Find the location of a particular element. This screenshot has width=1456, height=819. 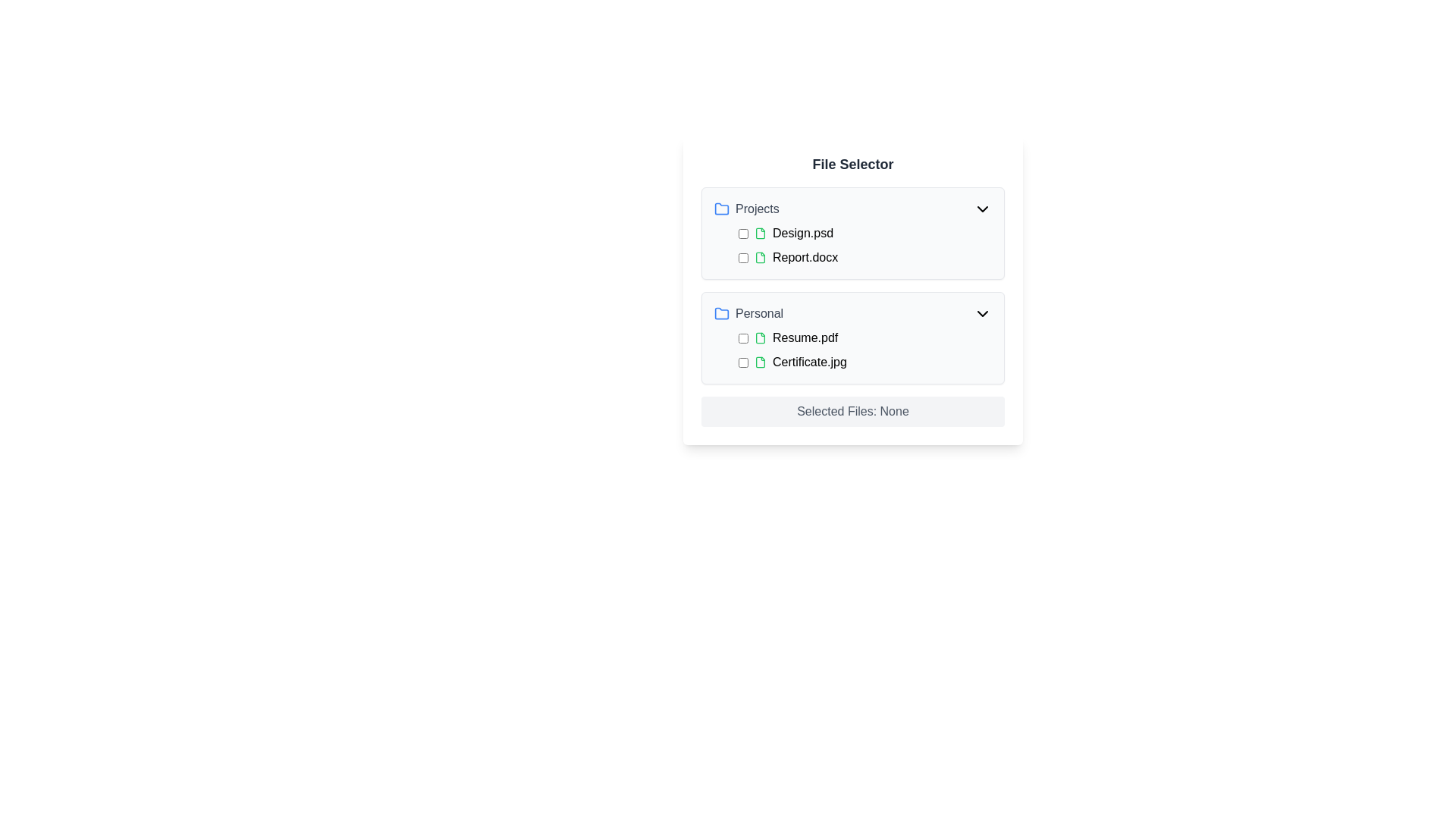

the first file item labeled 'Resume.pdf' under the 'Personal' section is located at coordinates (865, 337).